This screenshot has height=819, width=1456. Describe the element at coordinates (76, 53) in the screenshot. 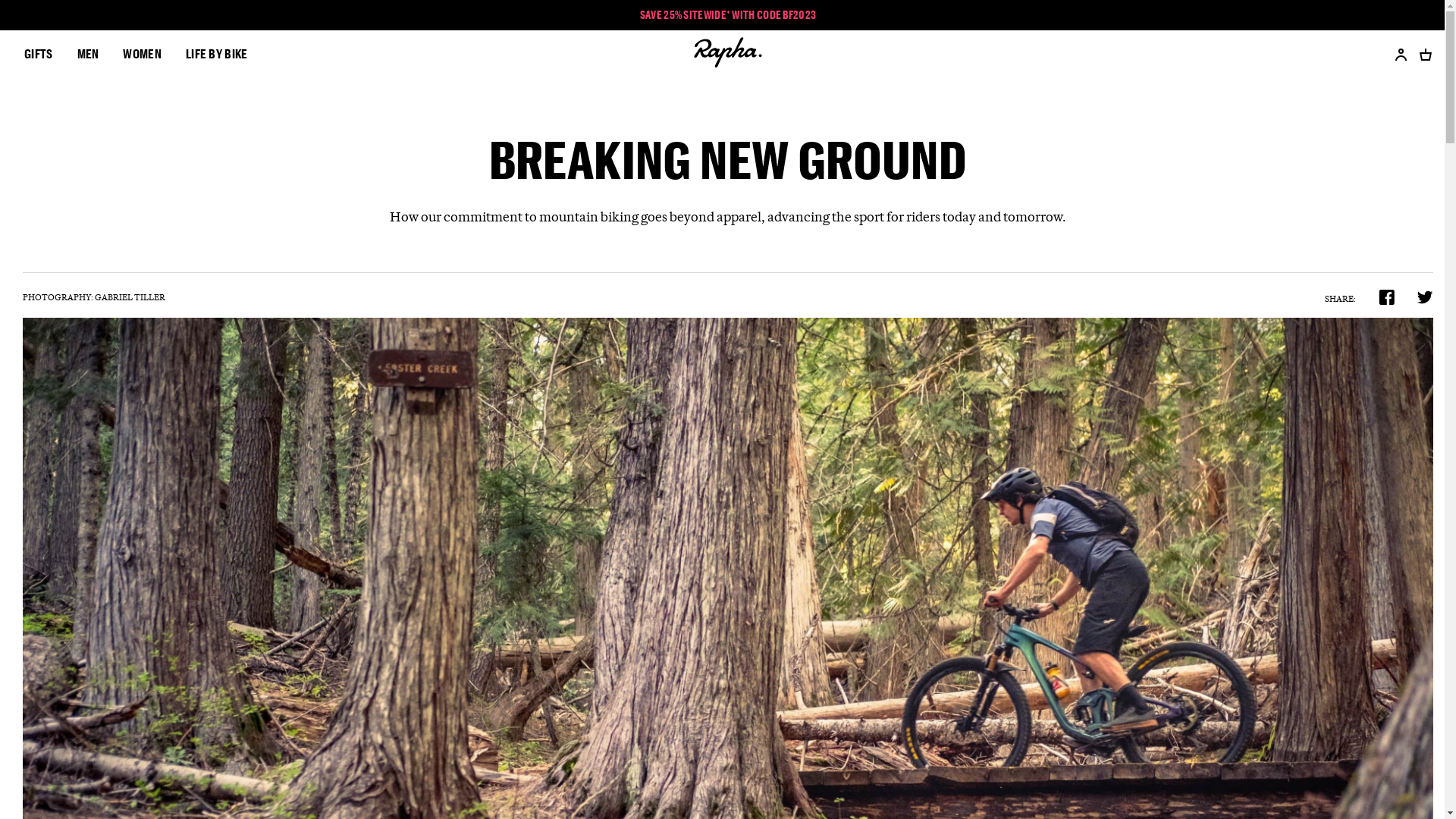

I see `'MEN'` at that location.